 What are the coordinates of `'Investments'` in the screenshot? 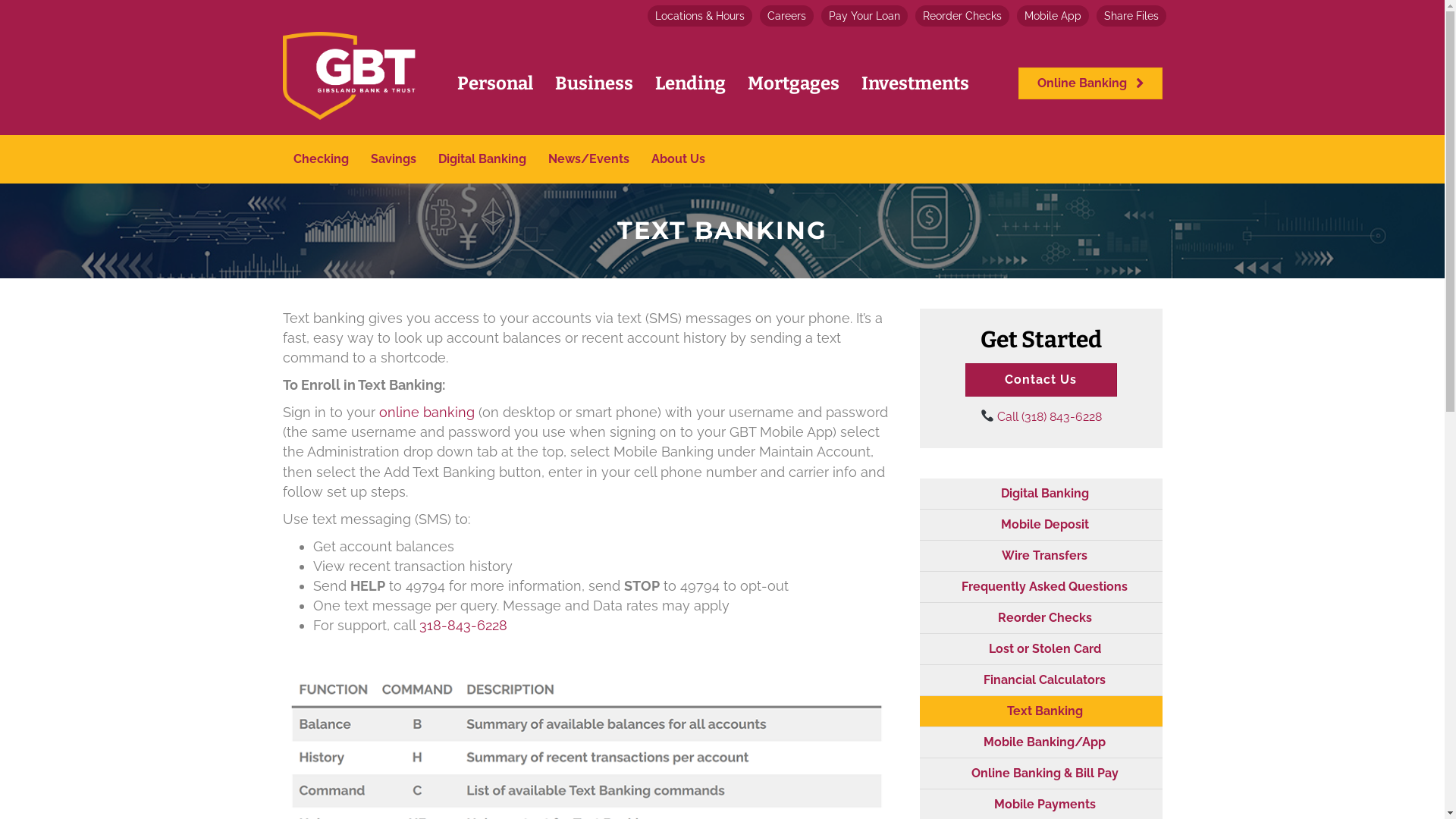 It's located at (914, 83).